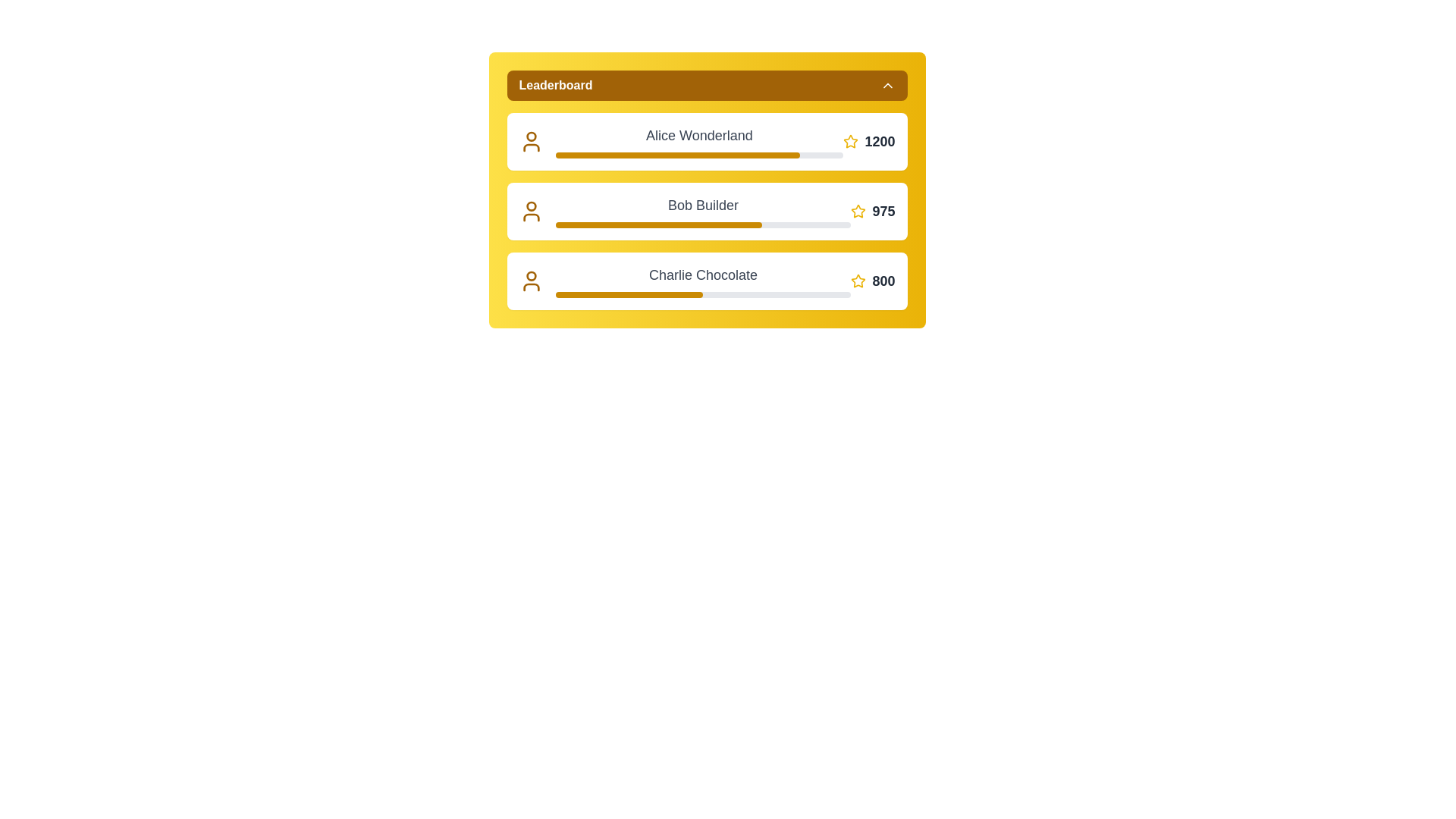 This screenshot has height=819, width=1456. I want to click on the first star icon indicating special status for user 'Alice Wonderland' to get details on its significance, so click(851, 141).